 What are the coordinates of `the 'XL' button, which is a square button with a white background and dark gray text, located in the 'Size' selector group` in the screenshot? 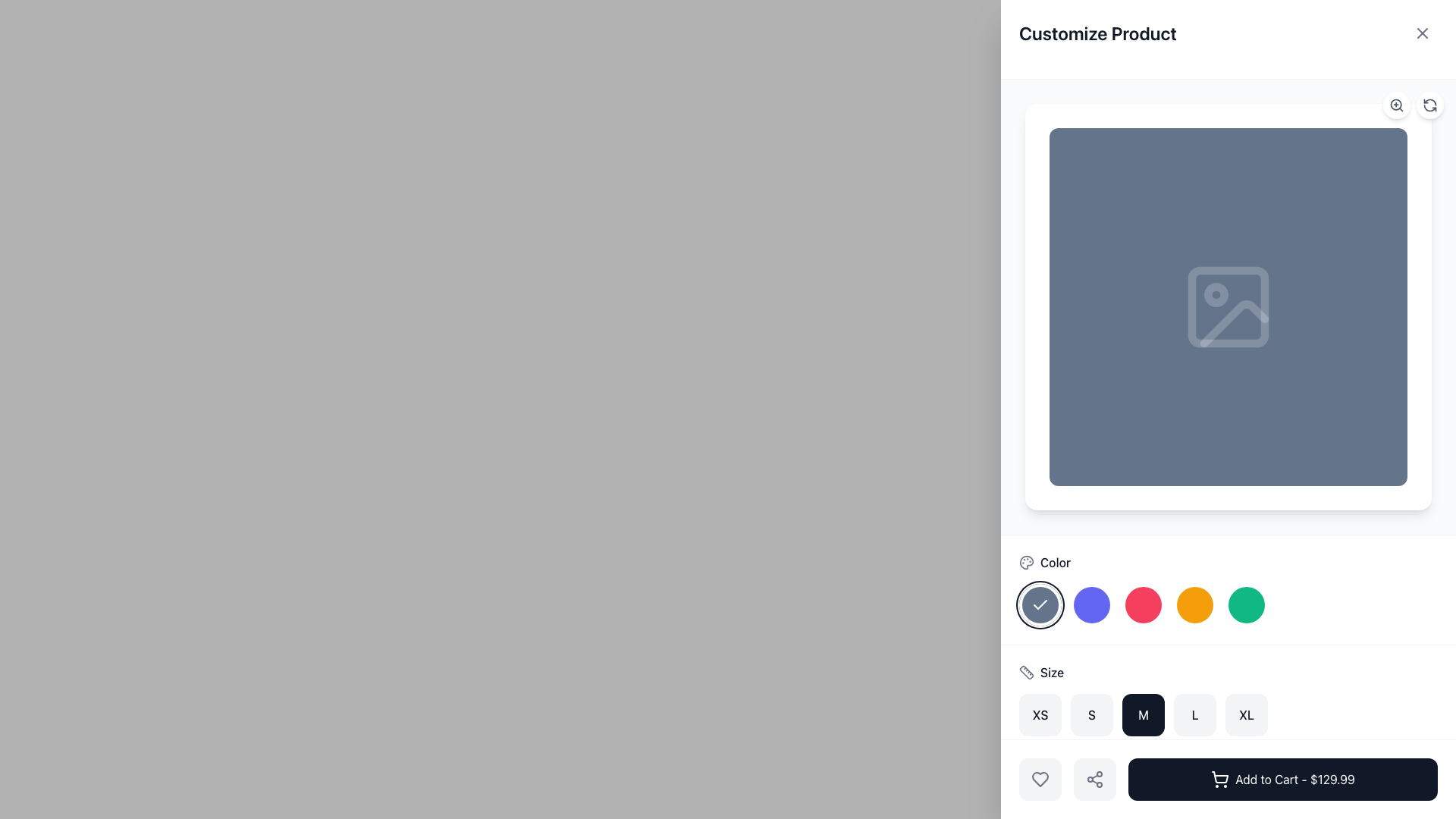 It's located at (1246, 714).